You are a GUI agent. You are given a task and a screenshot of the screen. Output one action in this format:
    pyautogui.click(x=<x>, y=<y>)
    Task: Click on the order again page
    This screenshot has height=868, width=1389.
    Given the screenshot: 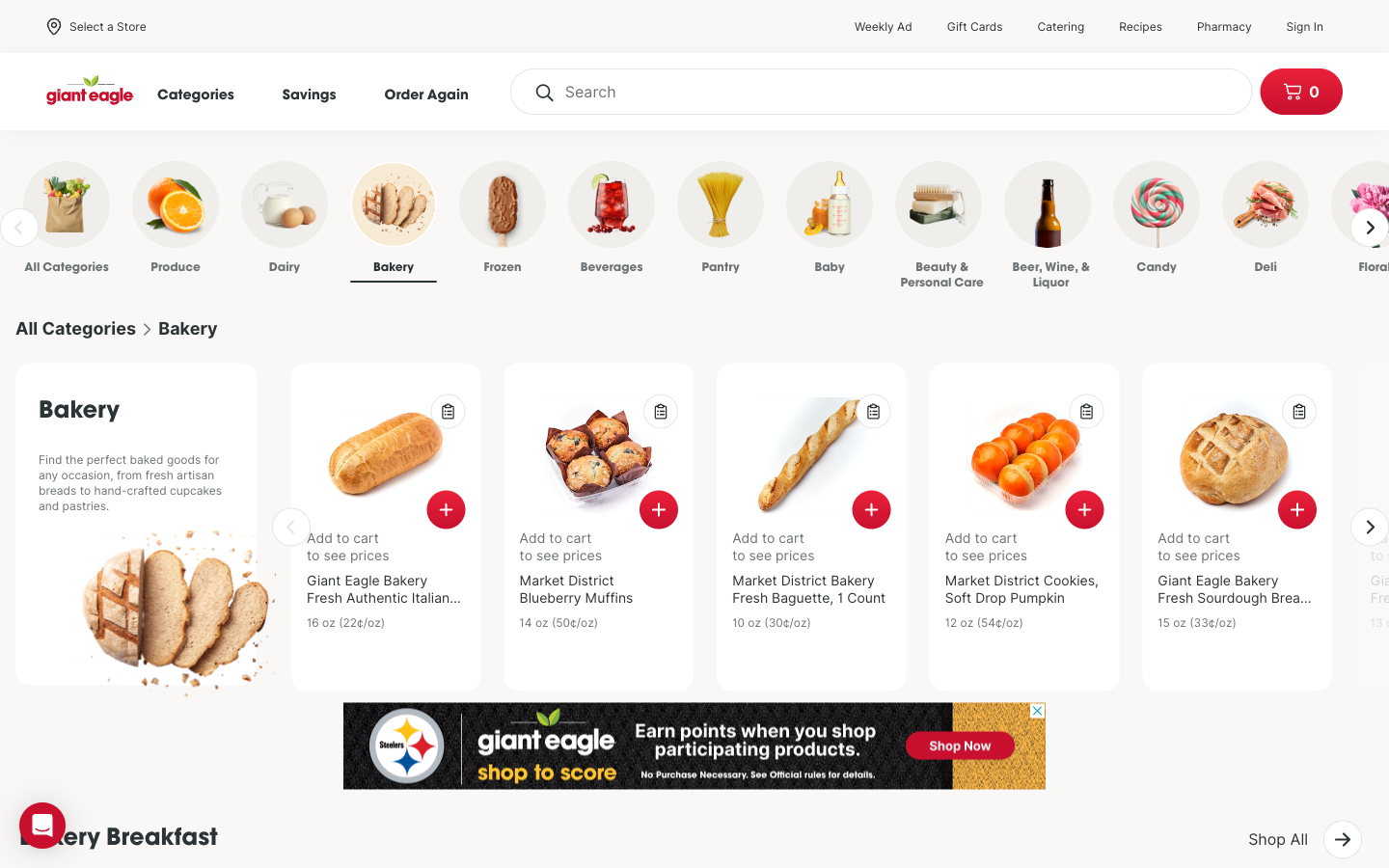 What is the action you would take?
    pyautogui.click(x=436, y=93)
    